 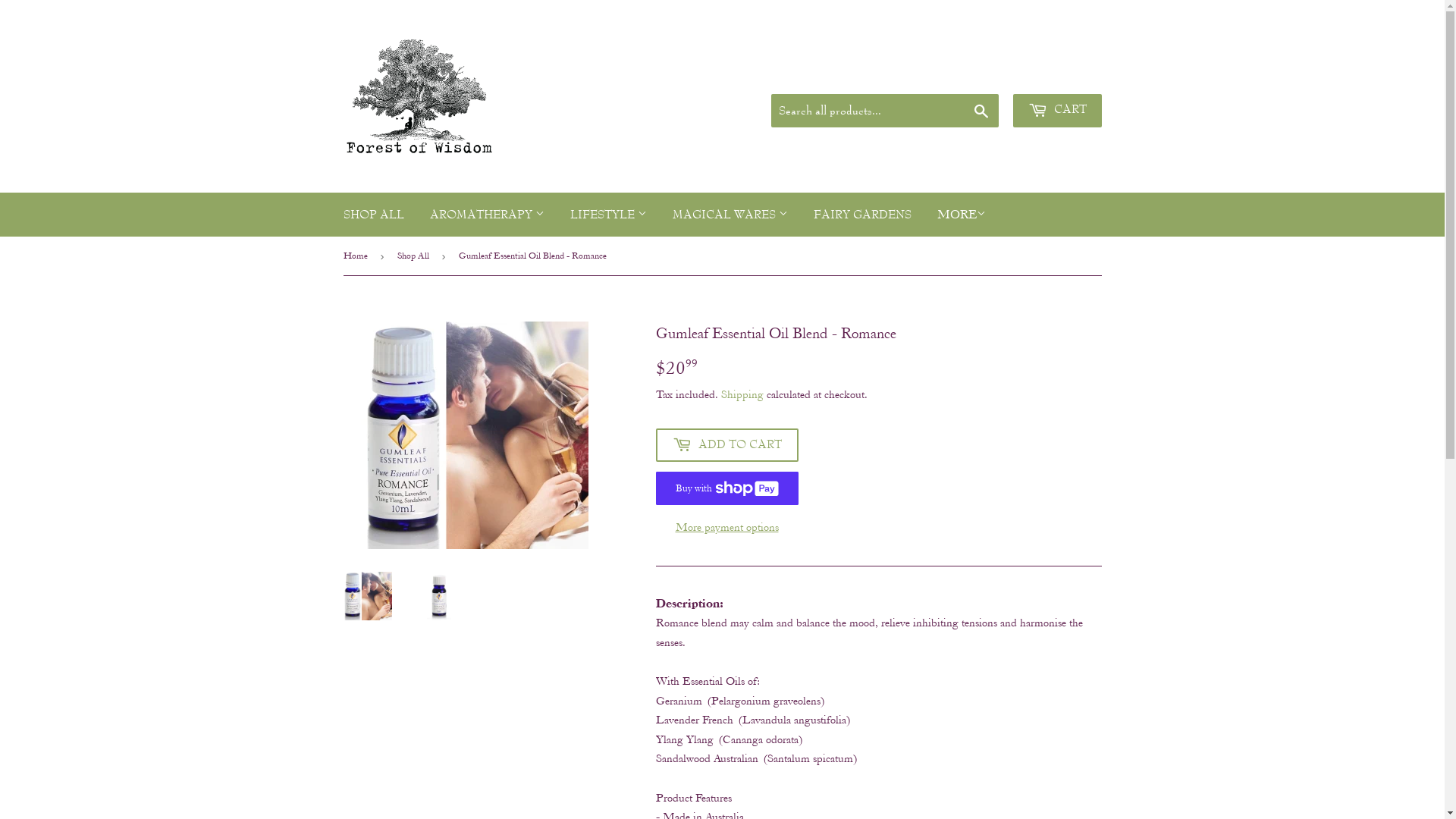 I want to click on 'MORE', so click(x=924, y=214).